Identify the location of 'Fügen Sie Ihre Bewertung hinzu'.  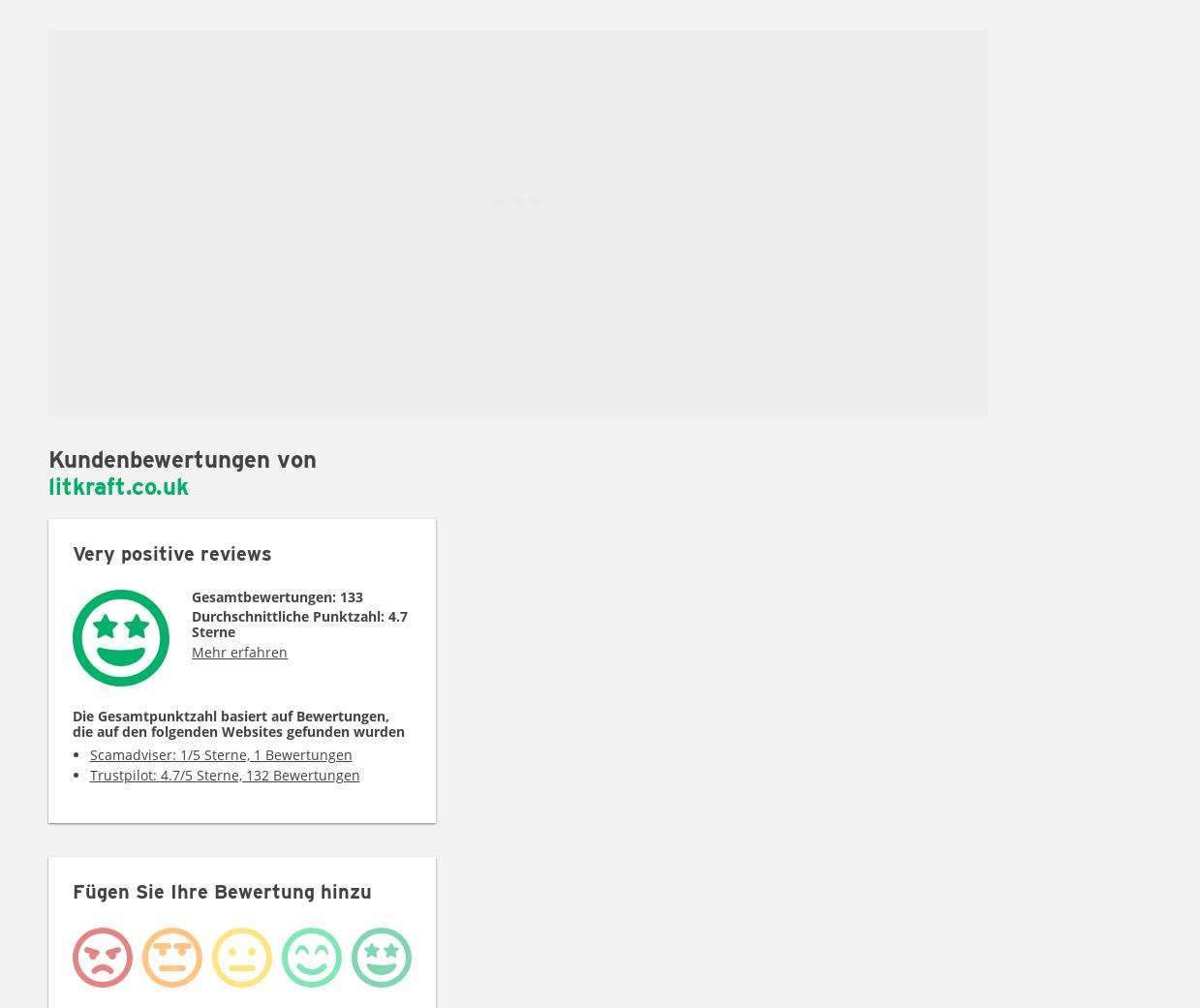
(221, 890).